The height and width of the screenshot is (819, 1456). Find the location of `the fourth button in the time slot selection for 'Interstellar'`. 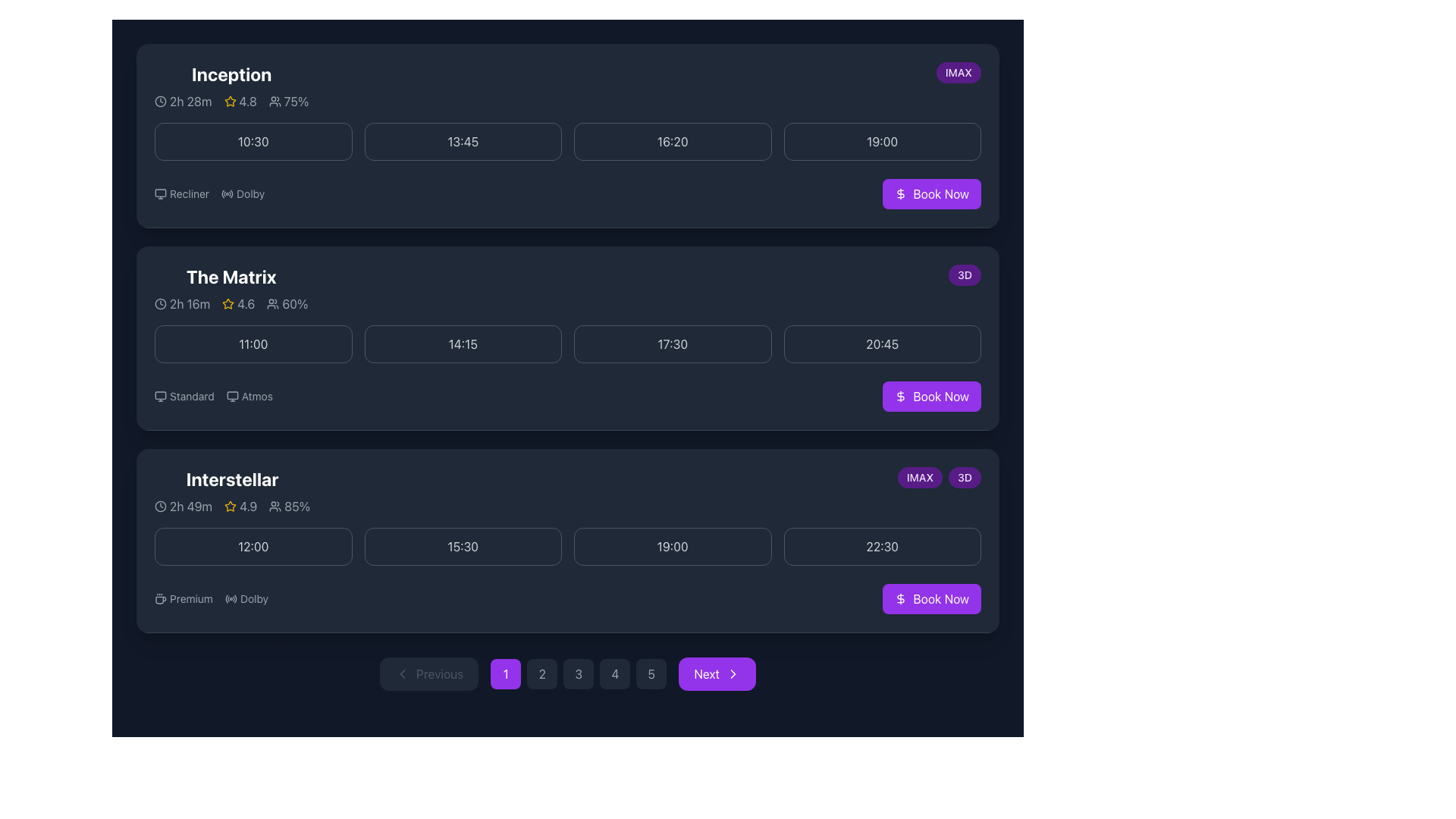

the fourth button in the time slot selection for 'Interstellar' is located at coordinates (882, 547).